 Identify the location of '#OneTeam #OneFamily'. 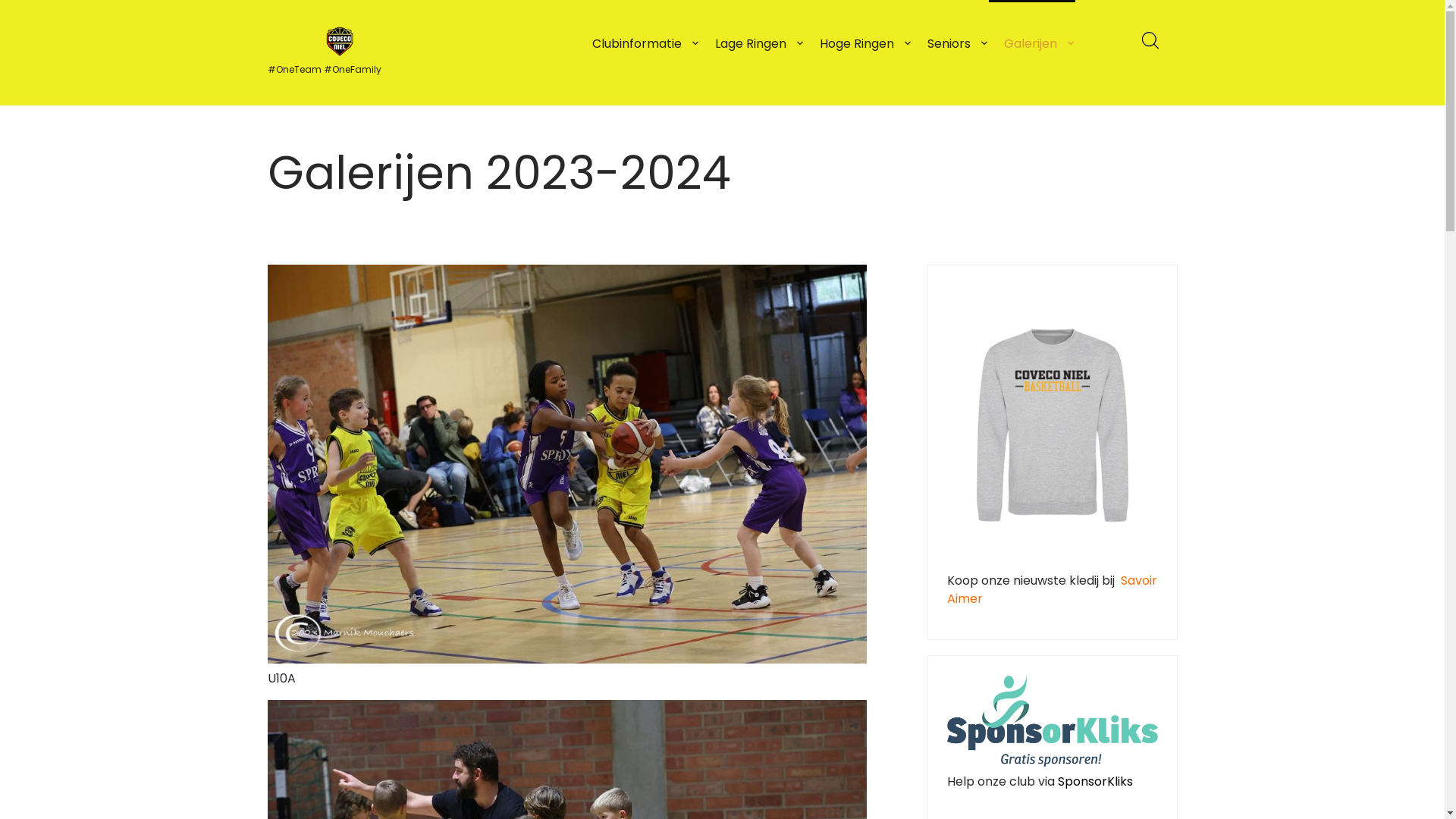
(266, 67).